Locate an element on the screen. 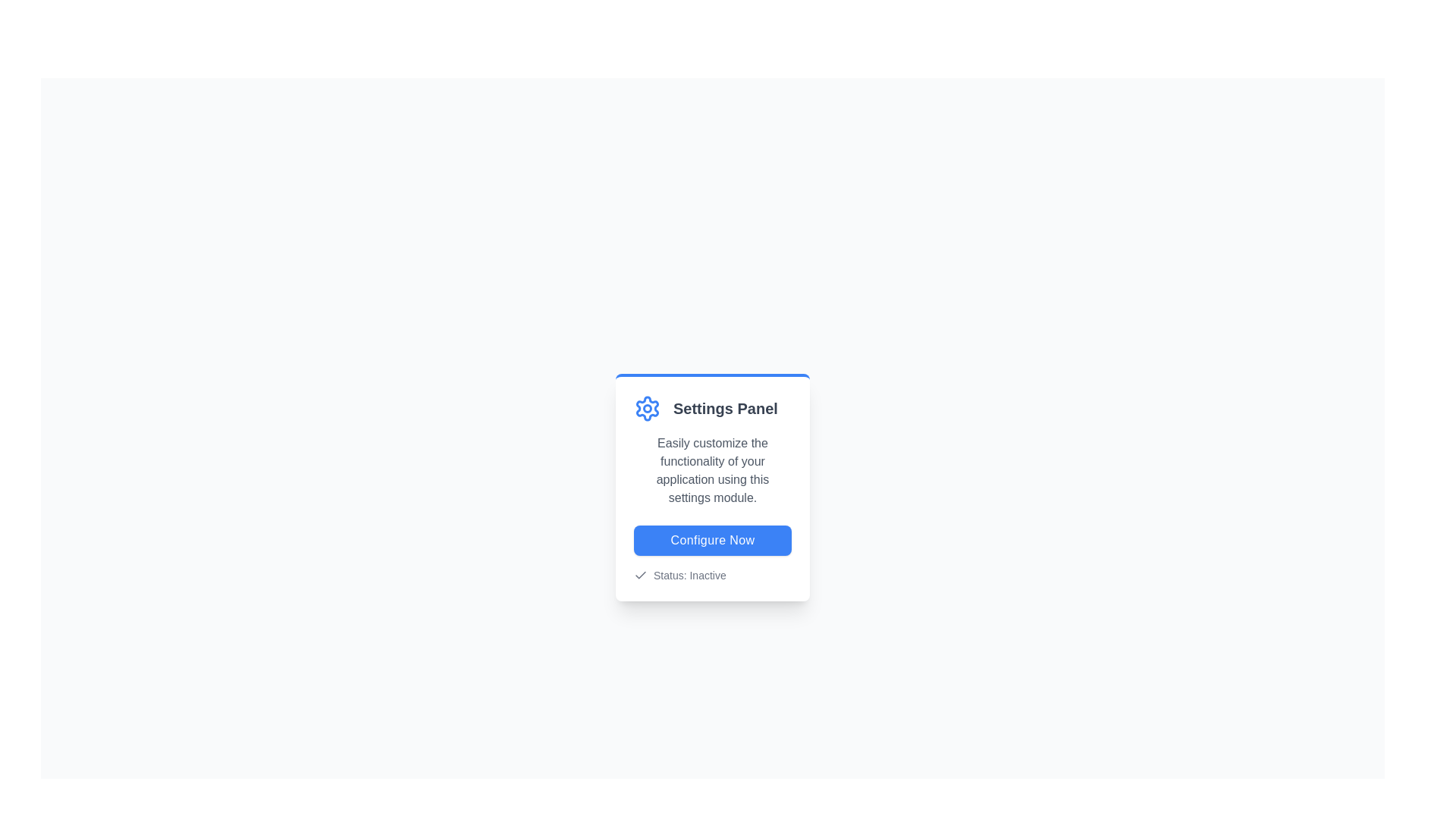  the blue settings gear icon located at the top left of the 'Settings Panel' card is located at coordinates (648, 408).